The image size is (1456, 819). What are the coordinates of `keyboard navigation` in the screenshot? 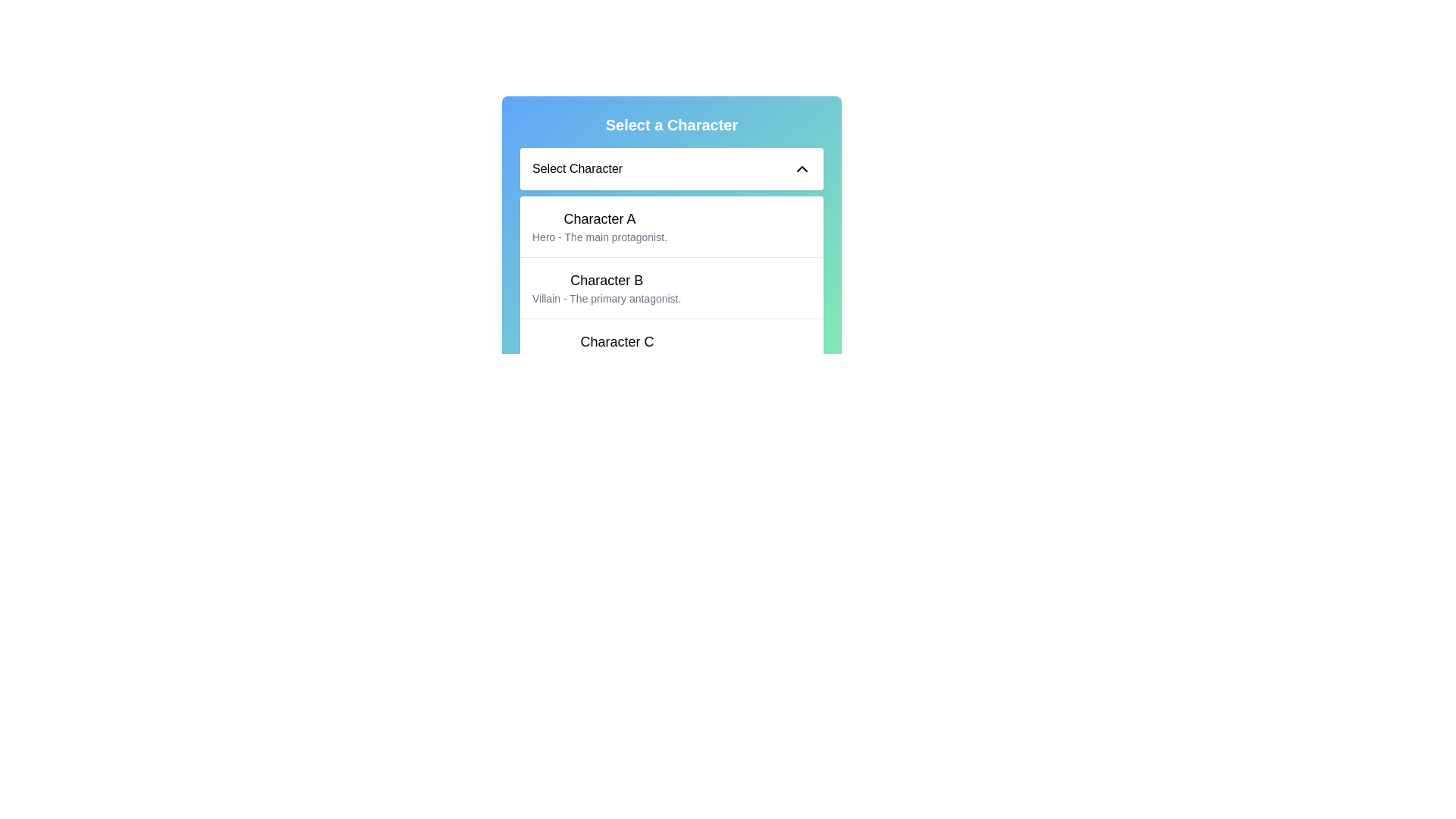 It's located at (671, 246).